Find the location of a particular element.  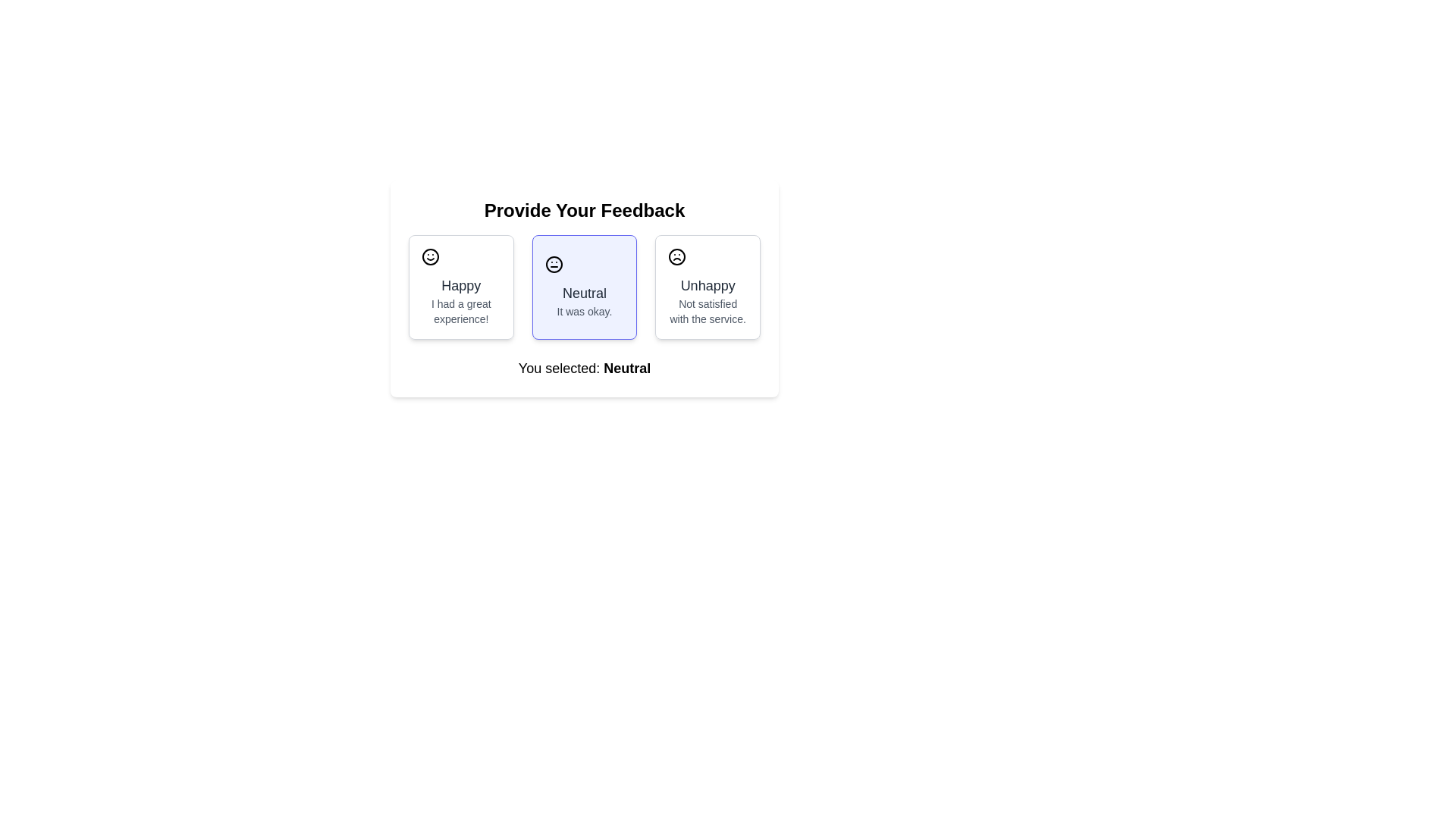

keyboard navigation is located at coordinates (584, 287).